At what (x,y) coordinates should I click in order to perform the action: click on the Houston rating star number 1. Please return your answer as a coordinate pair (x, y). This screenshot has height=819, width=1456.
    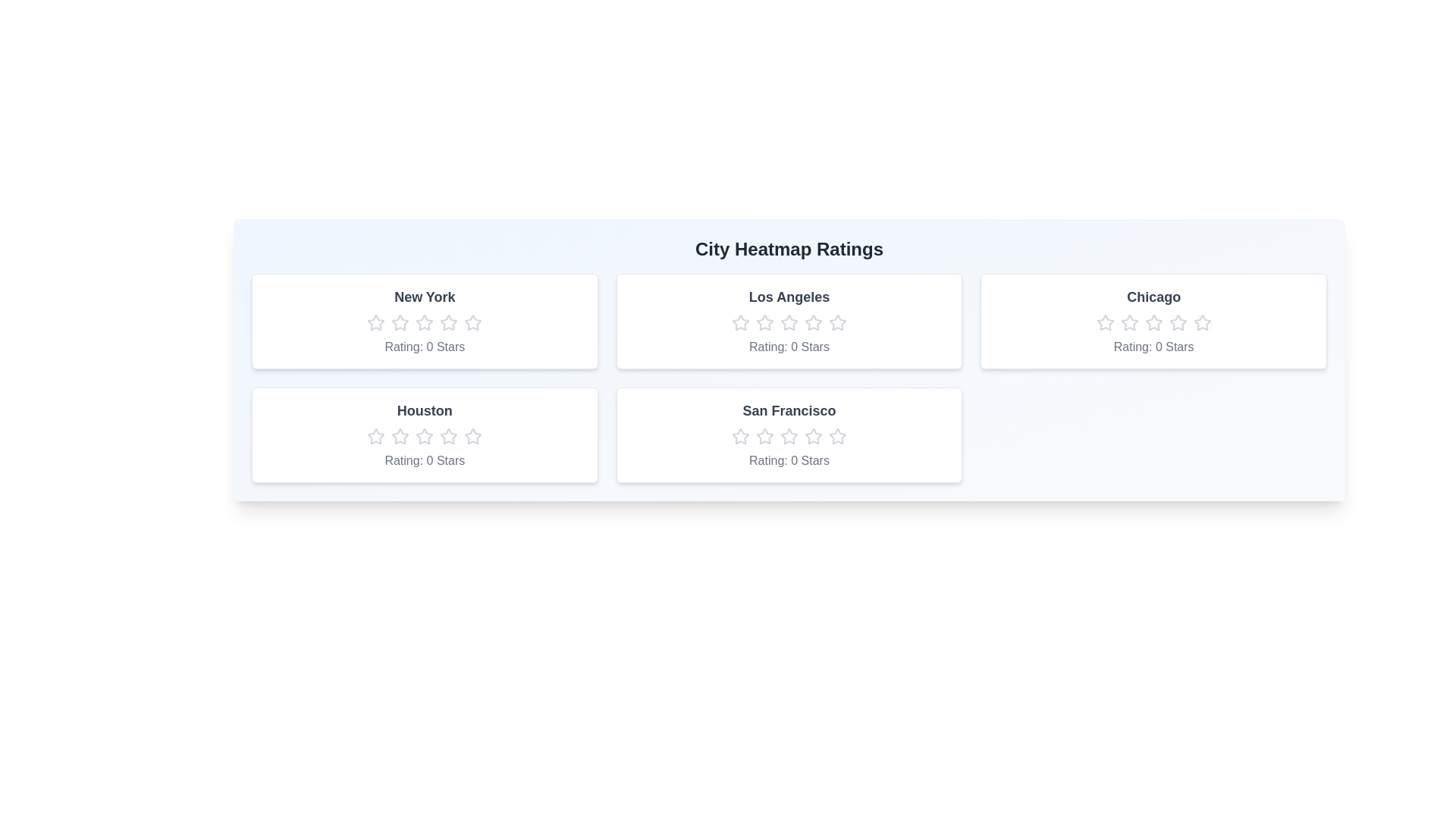
    Looking at the image, I should click on (376, 436).